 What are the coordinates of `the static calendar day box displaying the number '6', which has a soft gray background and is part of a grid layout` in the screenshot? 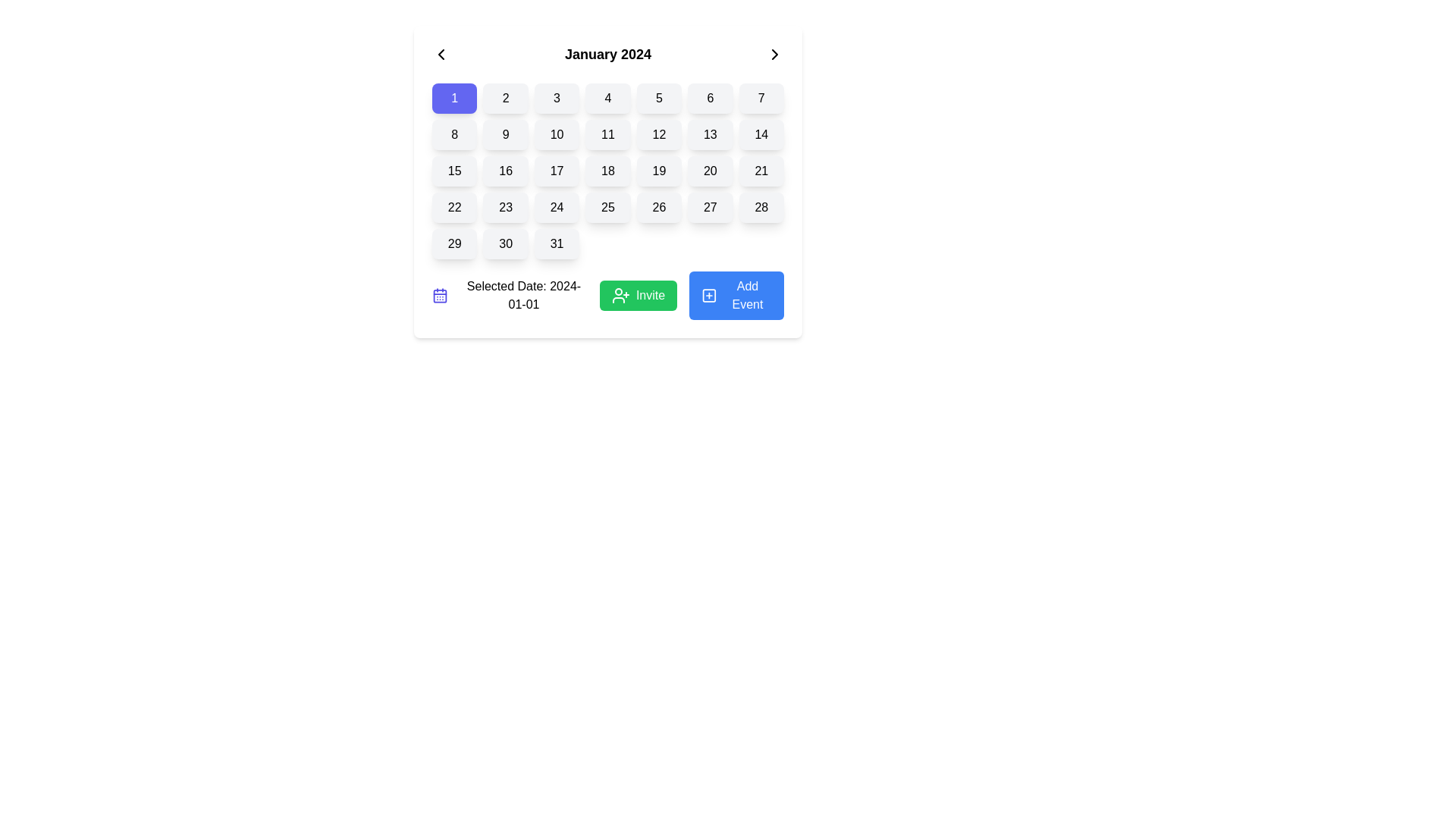 It's located at (709, 99).